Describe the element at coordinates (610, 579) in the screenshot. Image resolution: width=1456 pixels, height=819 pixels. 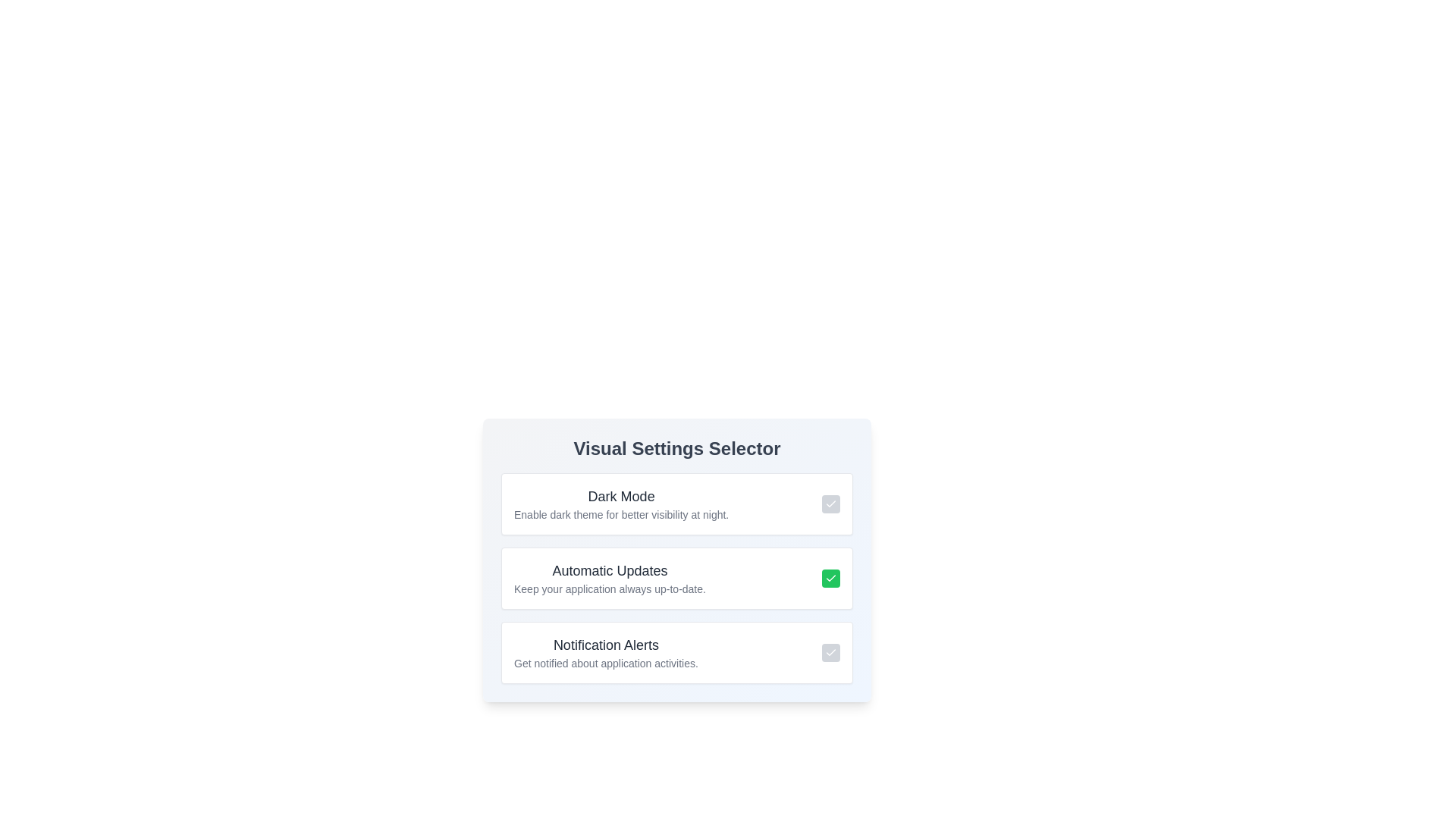
I see `the toggle button adjacent to the Informational text block about automatic updates, located in the second card of the 'Visual Settings Selector'` at that location.